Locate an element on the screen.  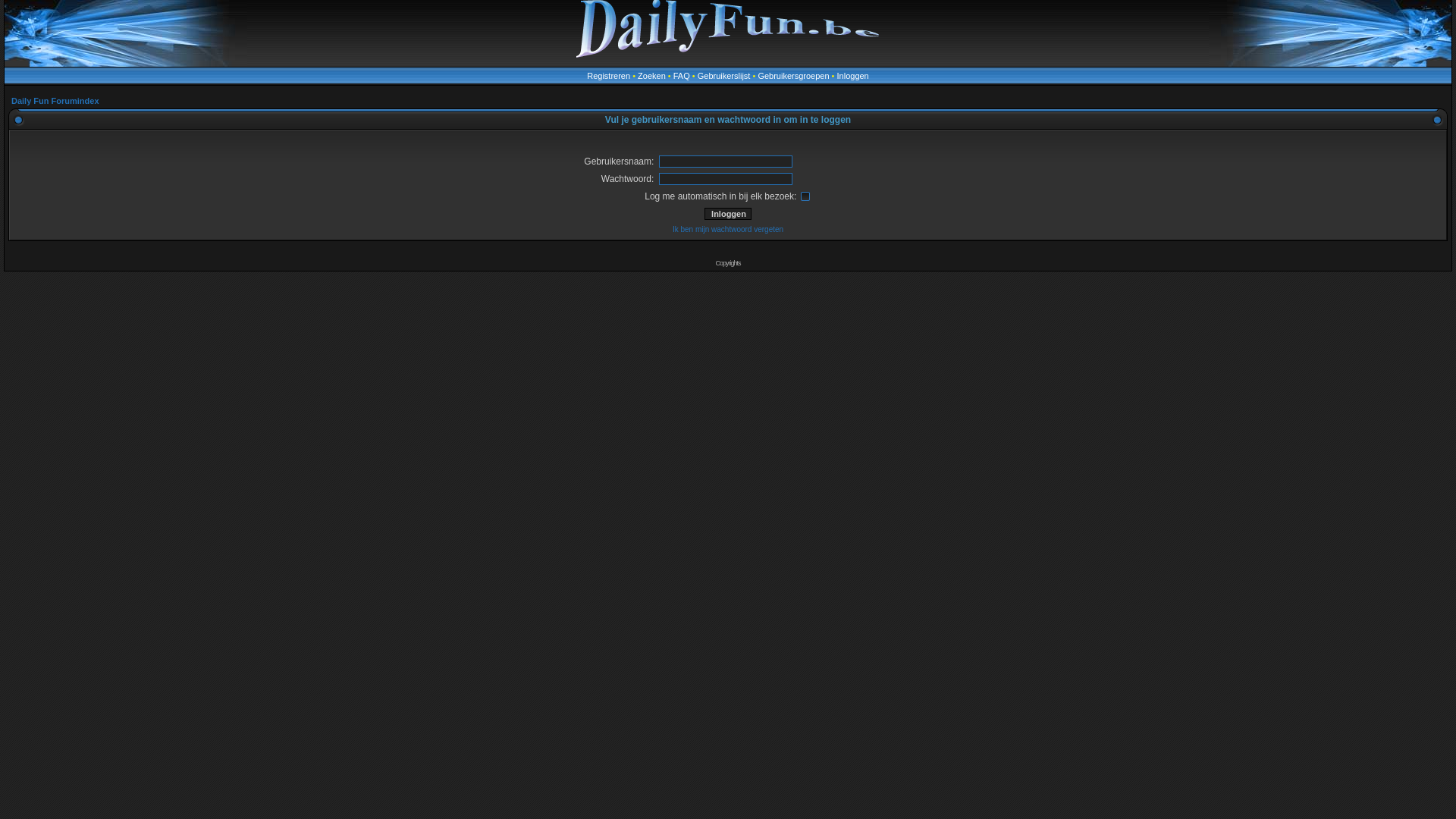
'Zoeken' is located at coordinates (651, 76).